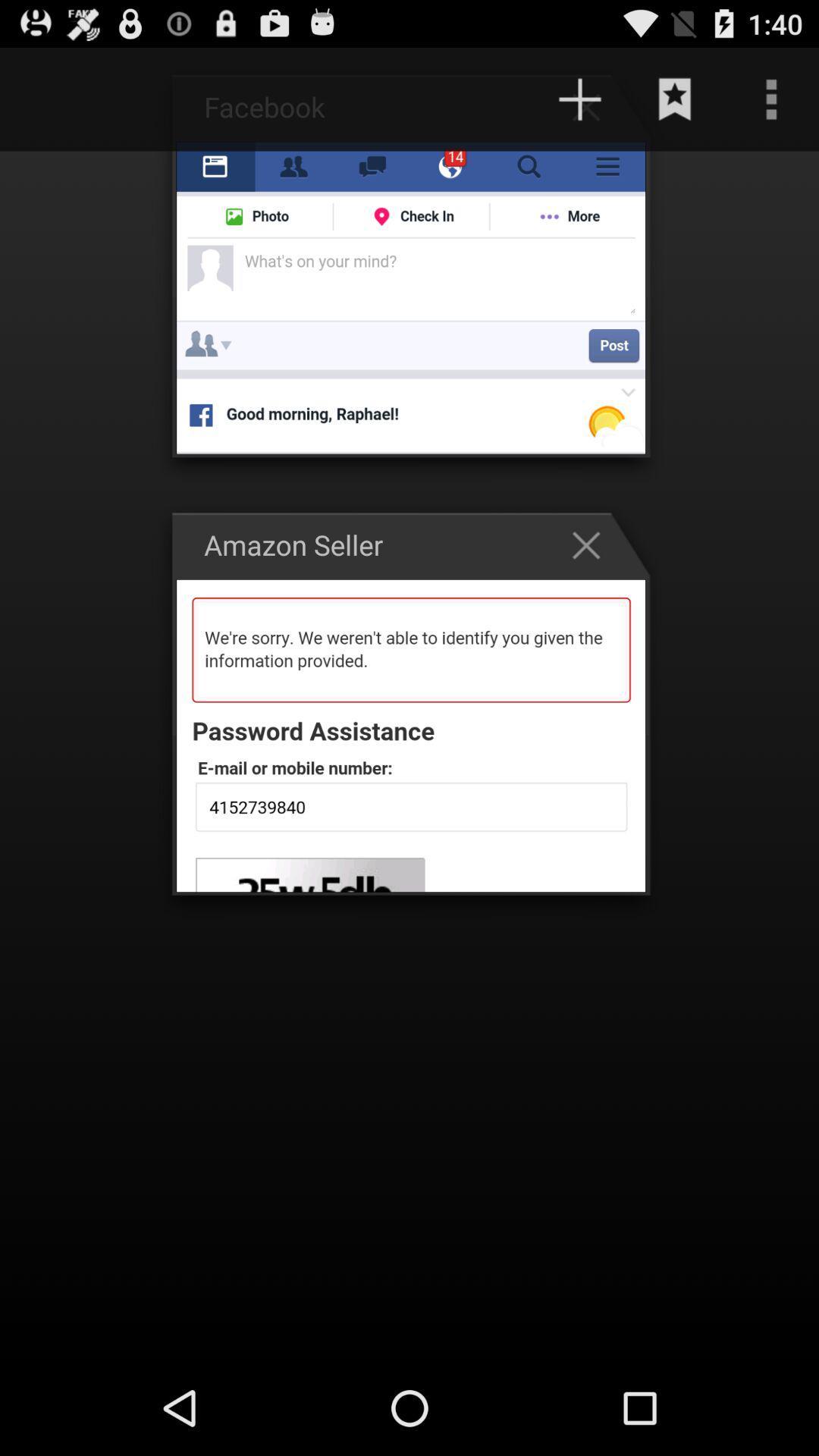 Image resolution: width=819 pixels, height=1456 pixels. Describe the element at coordinates (579, 105) in the screenshot. I see `the add icon` at that location.